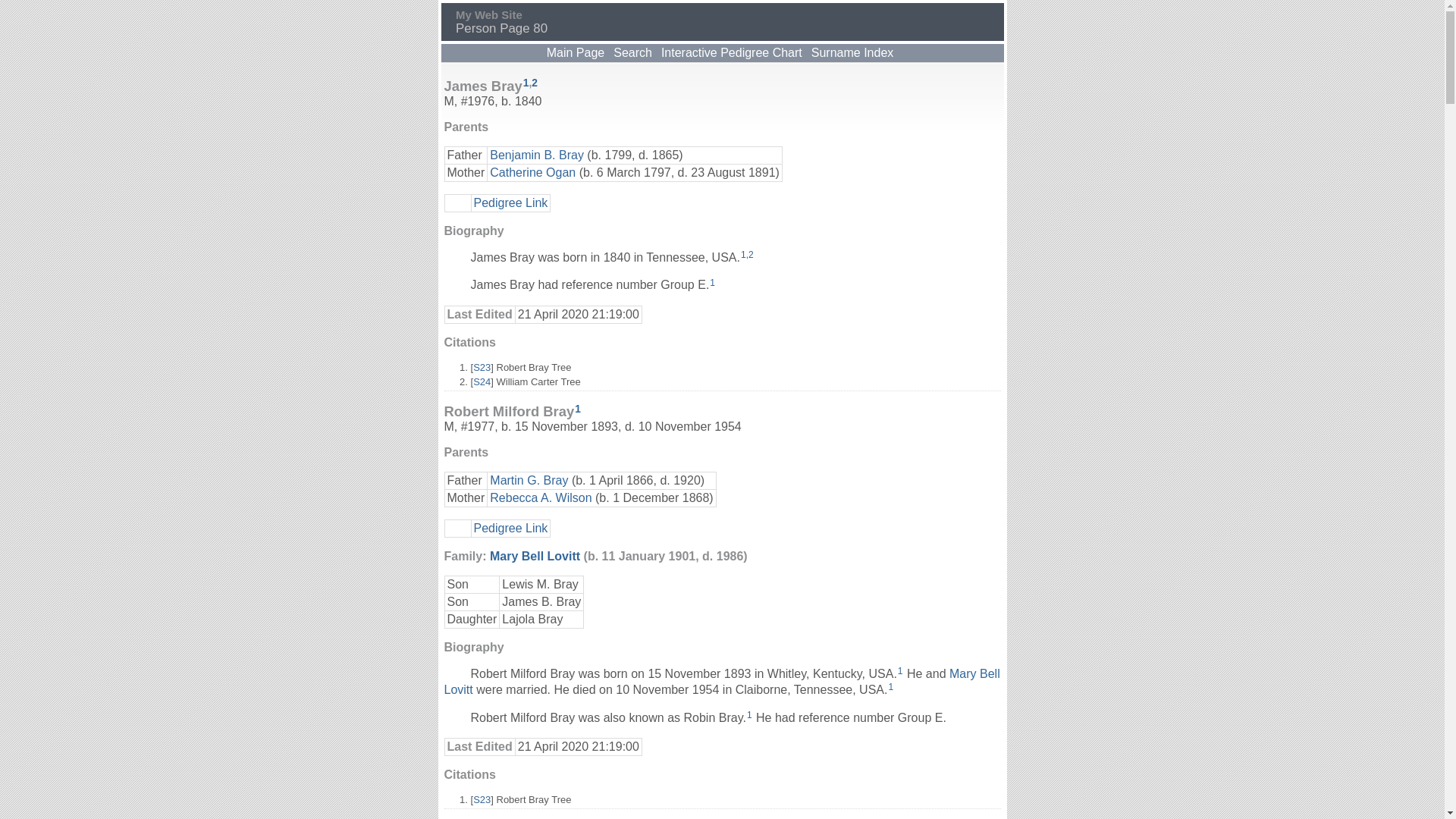  What do you see at coordinates (852, 52) in the screenshot?
I see `'Surname Index'` at bounding box center [852, 52].